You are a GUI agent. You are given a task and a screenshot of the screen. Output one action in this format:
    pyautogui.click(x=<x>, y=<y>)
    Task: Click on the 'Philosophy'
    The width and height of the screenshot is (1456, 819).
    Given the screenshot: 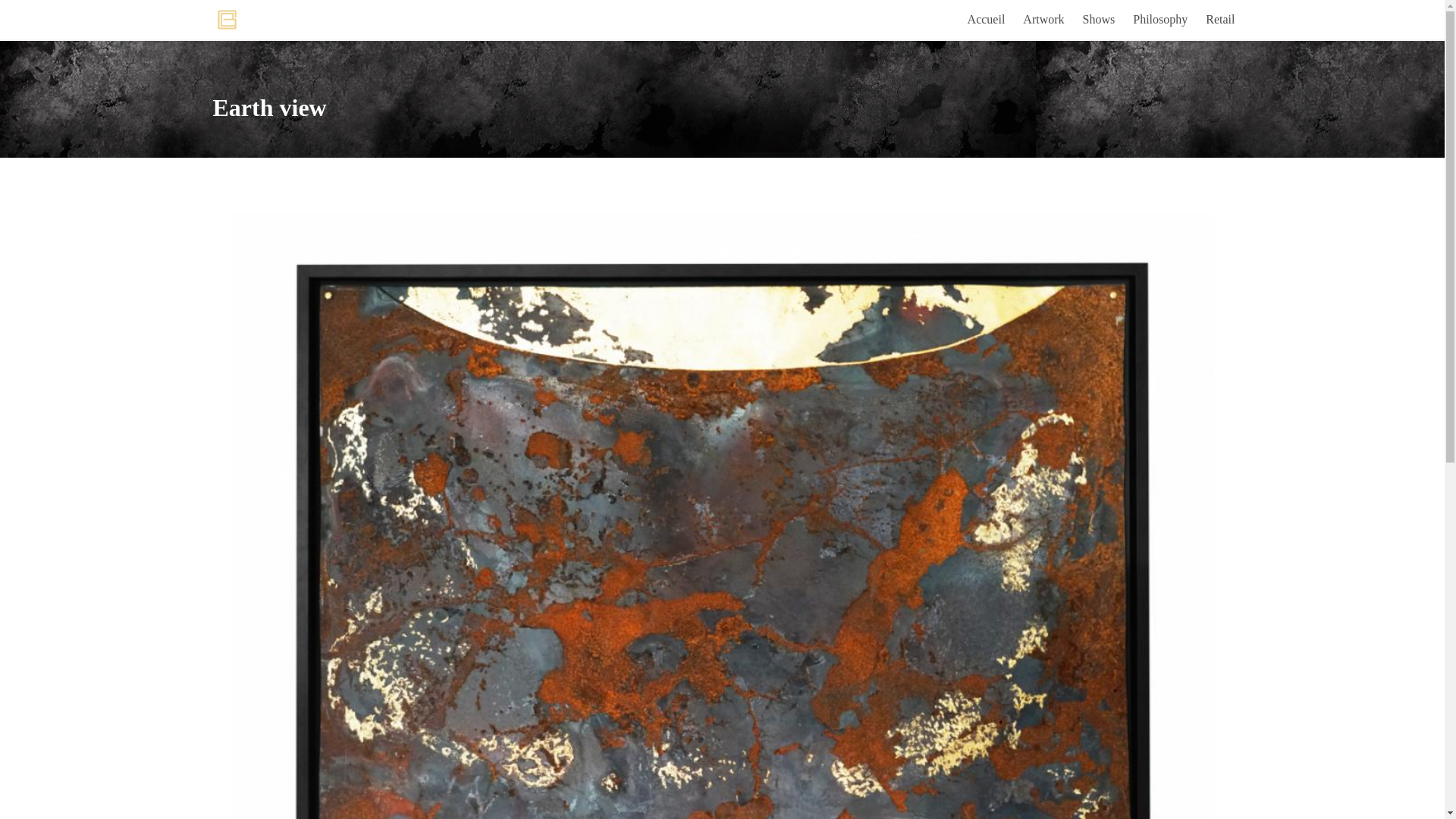 What is the action you would take?
    pyautogui.click(x=1159, y=20)
    